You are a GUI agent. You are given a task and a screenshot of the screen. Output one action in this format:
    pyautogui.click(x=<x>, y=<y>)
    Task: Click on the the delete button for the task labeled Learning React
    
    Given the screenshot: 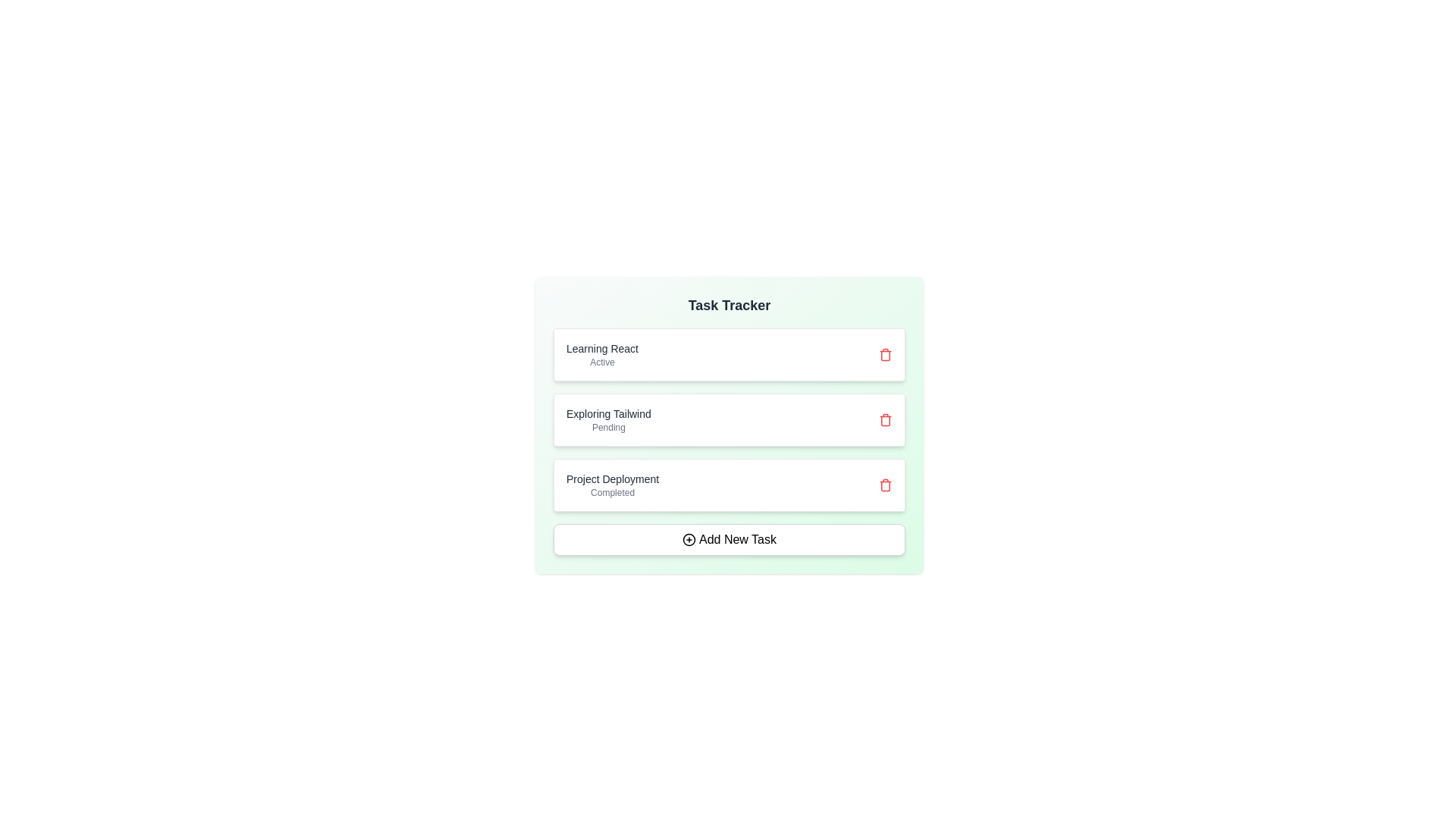 What is the action you would take?
    pyautogui.click(x=885, y=354)
    